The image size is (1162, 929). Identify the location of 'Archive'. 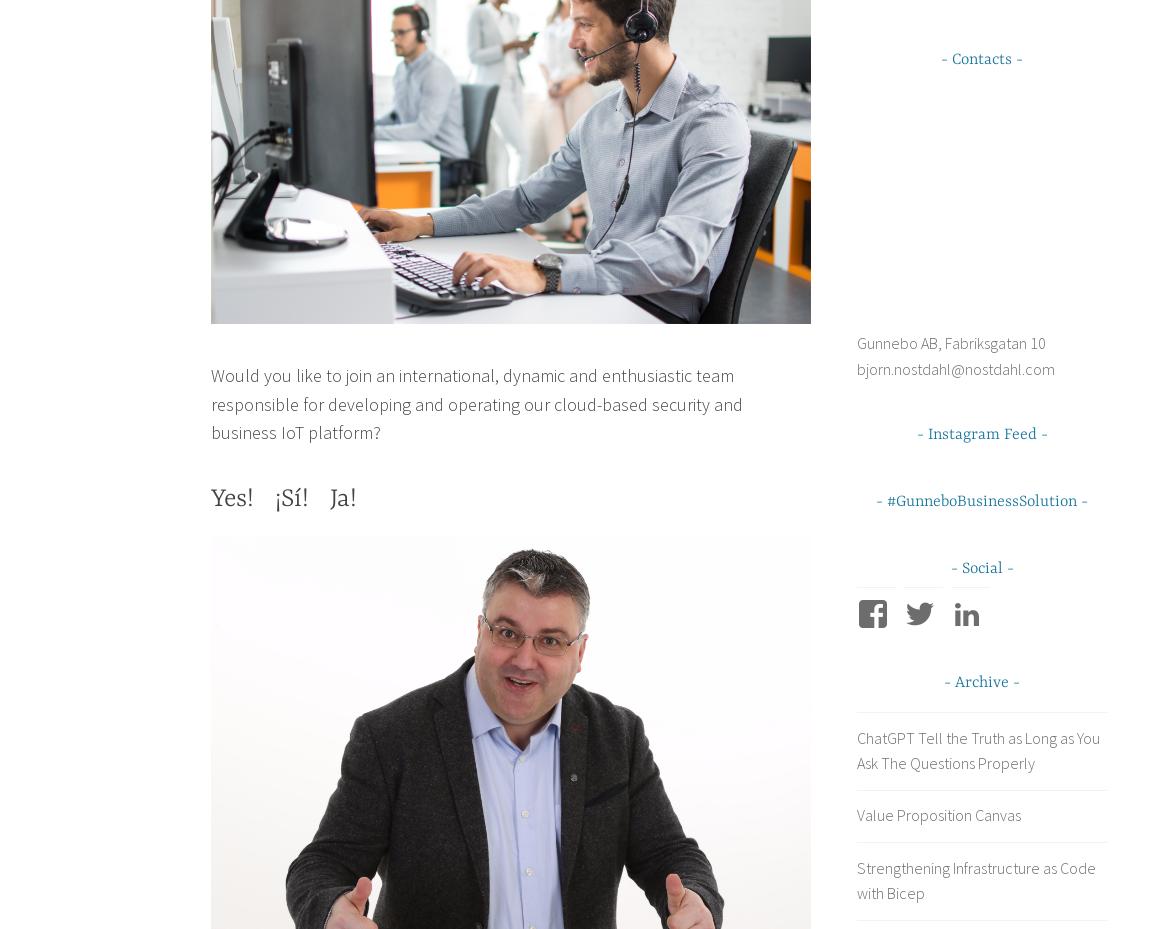
(981, 681).